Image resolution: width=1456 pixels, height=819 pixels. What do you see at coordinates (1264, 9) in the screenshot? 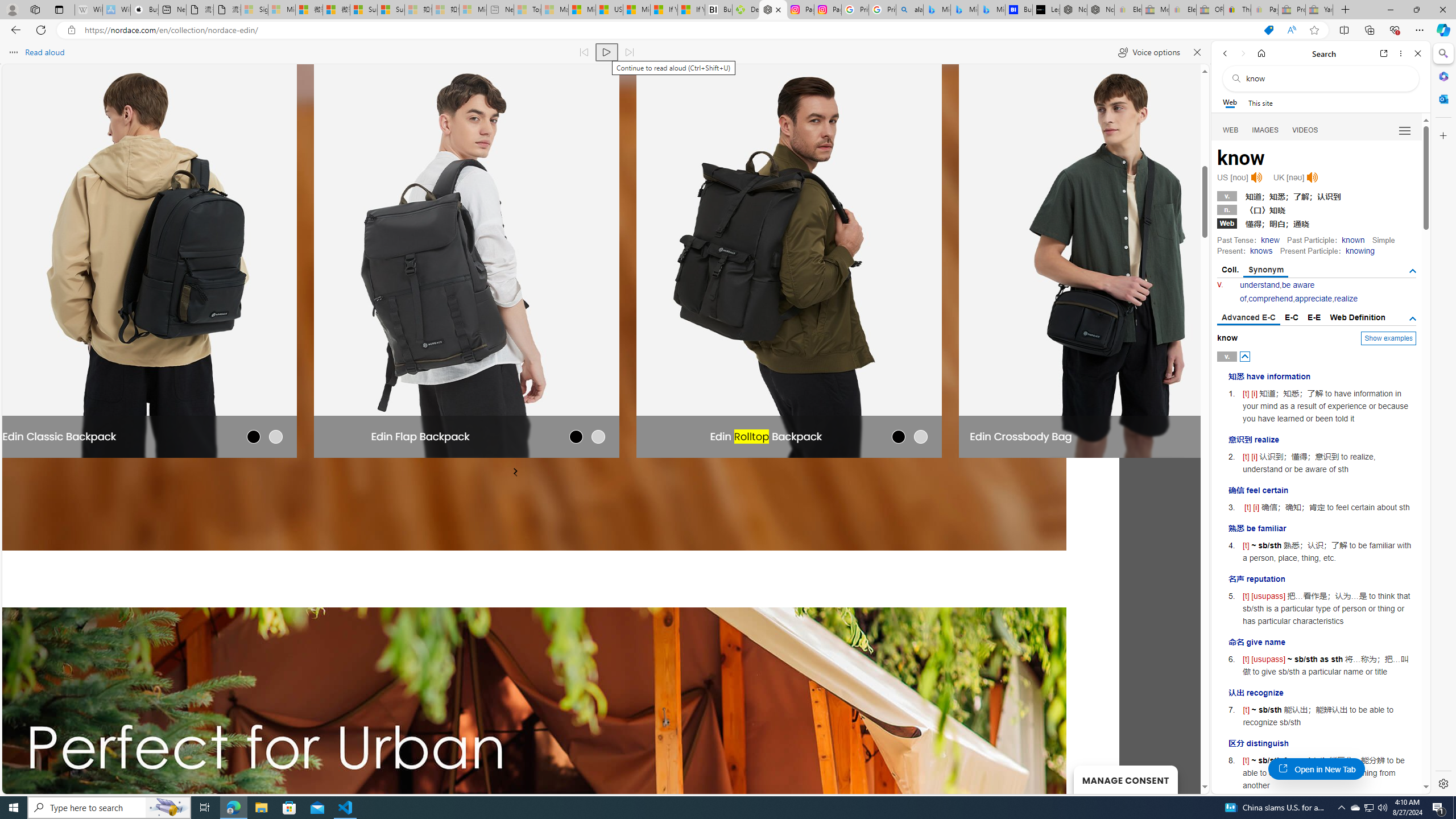
I see `'Payments Terms of Use | eBay.com - Sleeping'` at bounding box center [1264, 9].